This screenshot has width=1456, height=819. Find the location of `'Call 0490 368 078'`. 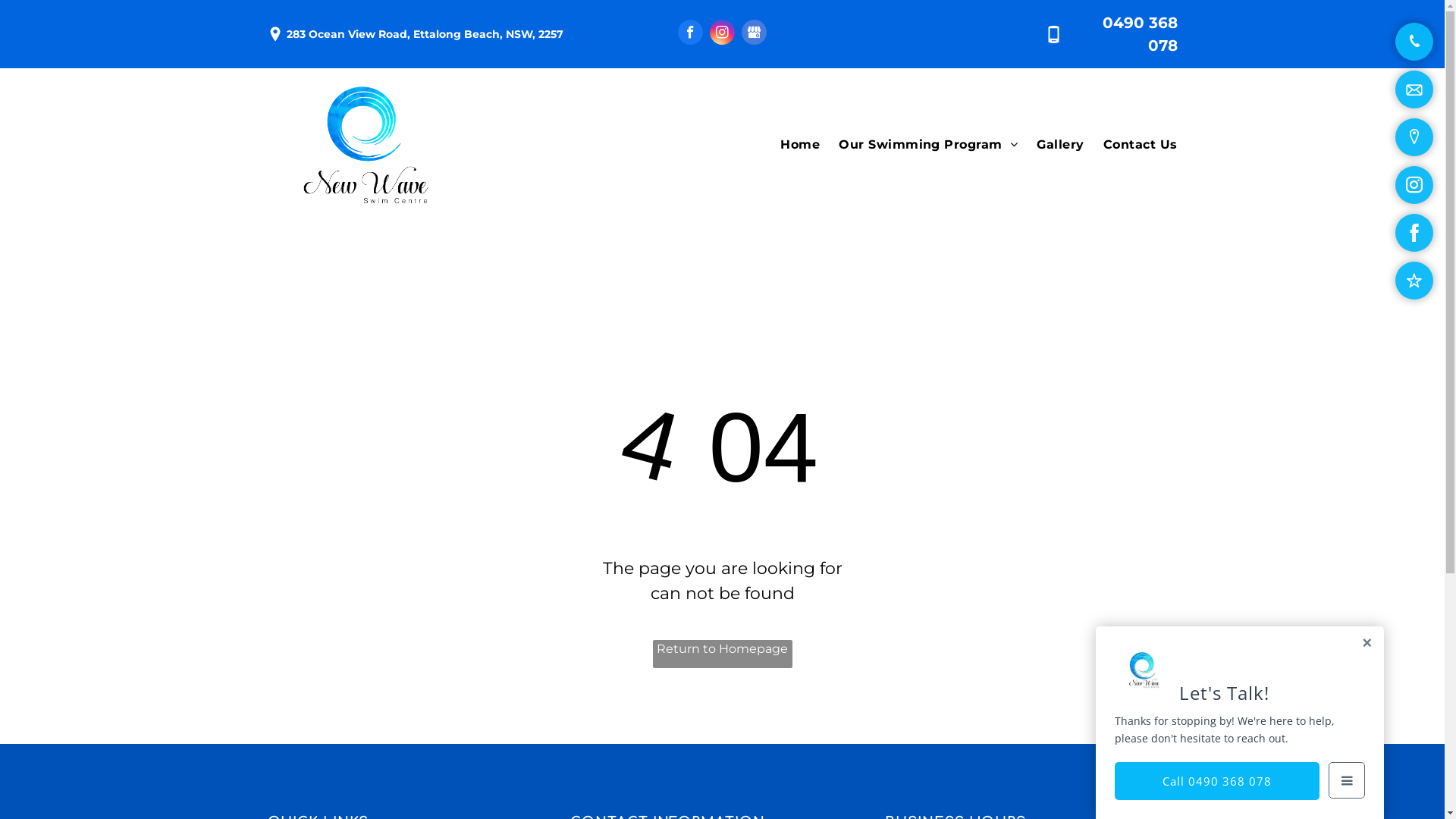

'Call 0490 368 078' is located at coordinates (1114, 780).